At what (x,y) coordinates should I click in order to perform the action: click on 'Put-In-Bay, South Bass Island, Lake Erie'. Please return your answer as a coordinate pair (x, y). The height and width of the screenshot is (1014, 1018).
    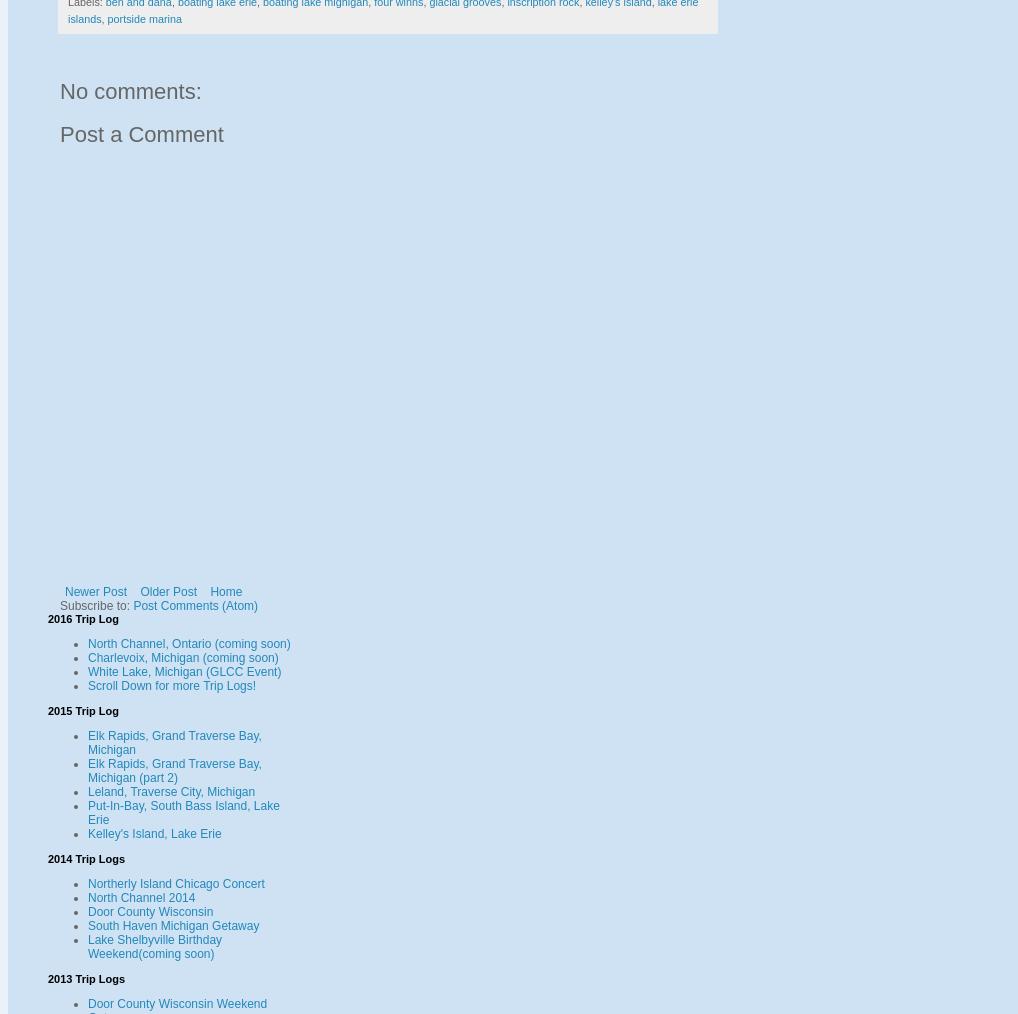
    Looking at the image, I should click on (183, 812).